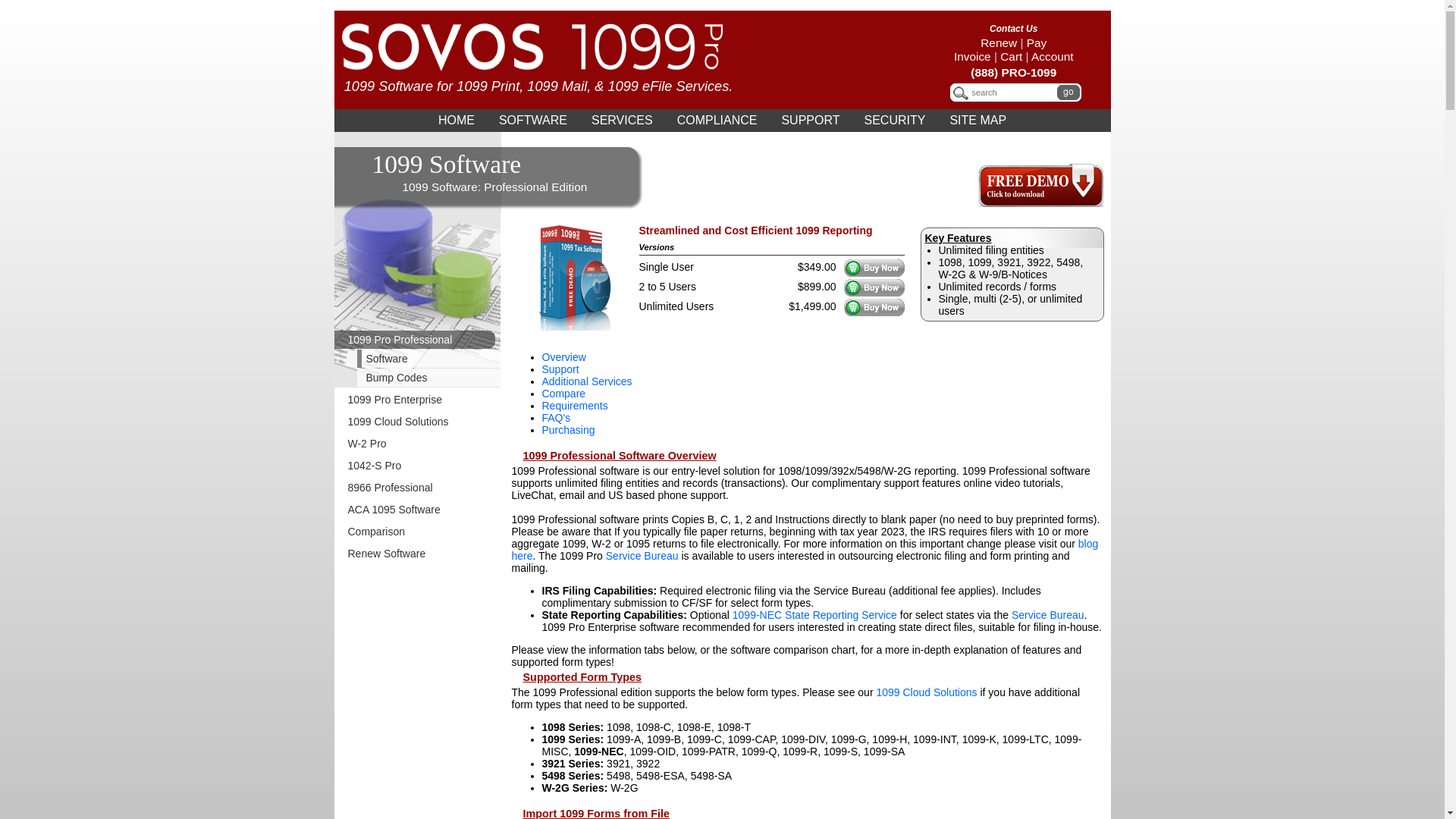  I want to click on 'SOFTWARE', so click(488, 119).